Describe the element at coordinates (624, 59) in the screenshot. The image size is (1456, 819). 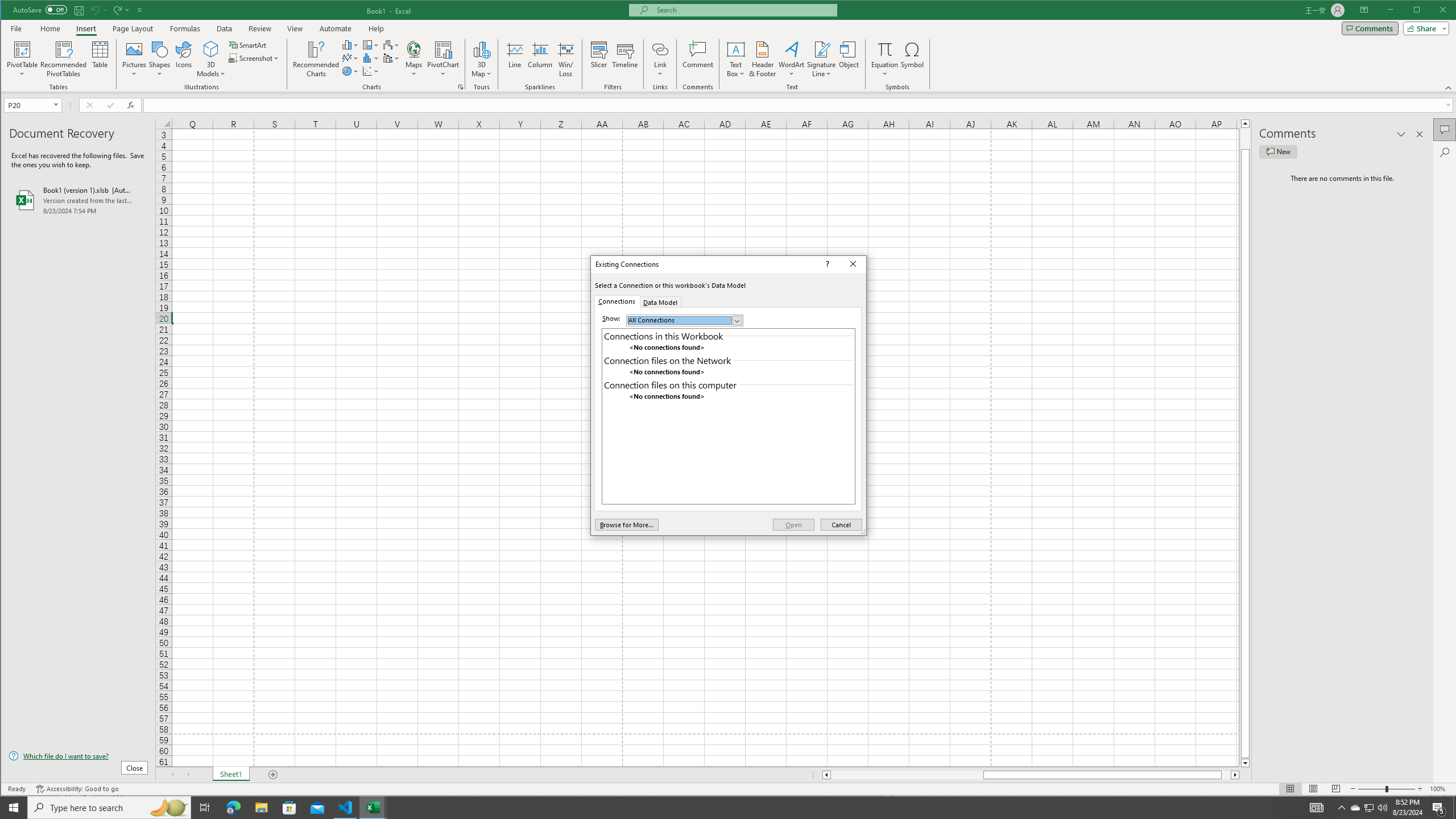
I see `'Timeline'` at that location.